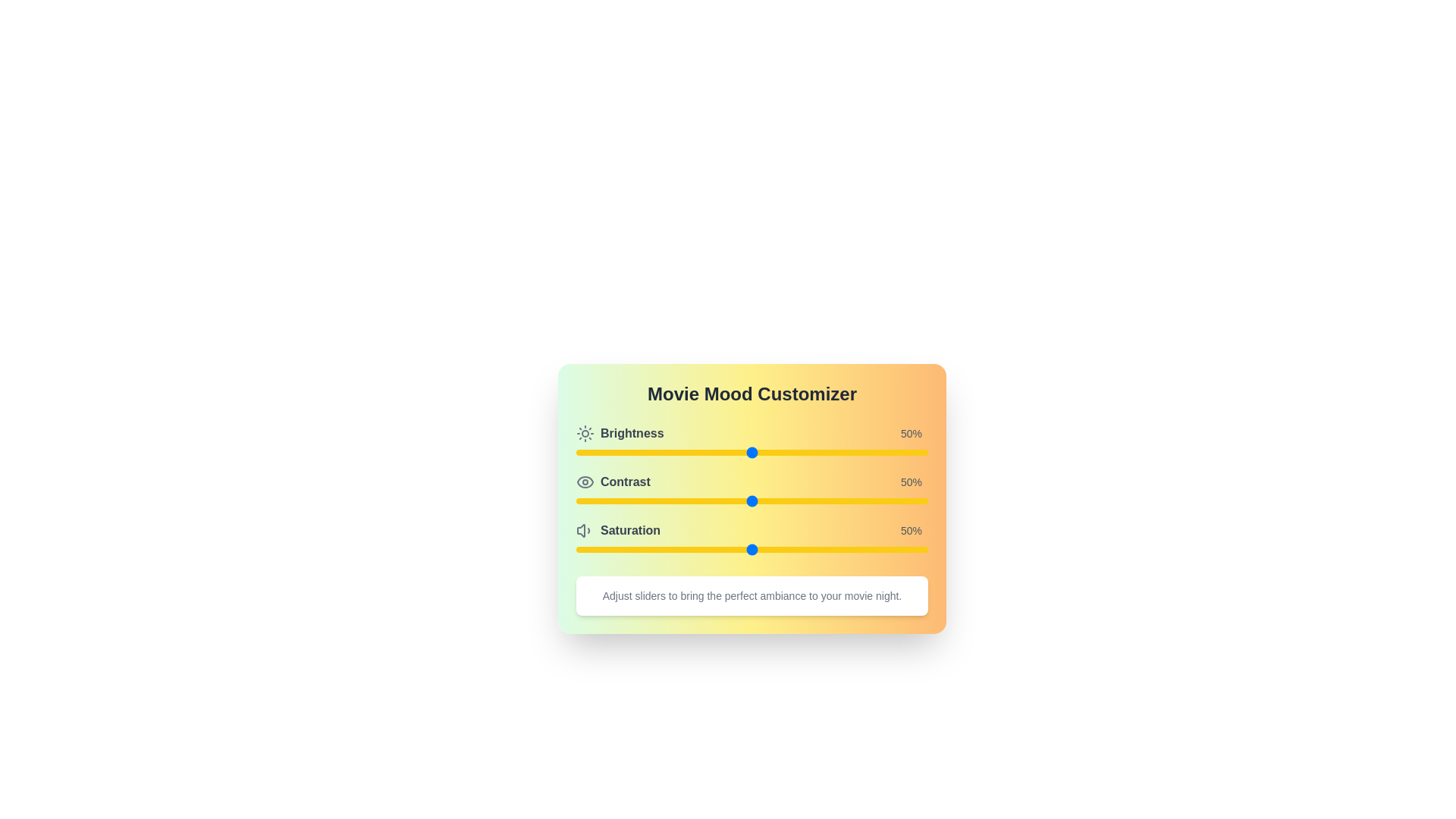  I want to click on brightness, so click(790, 452).